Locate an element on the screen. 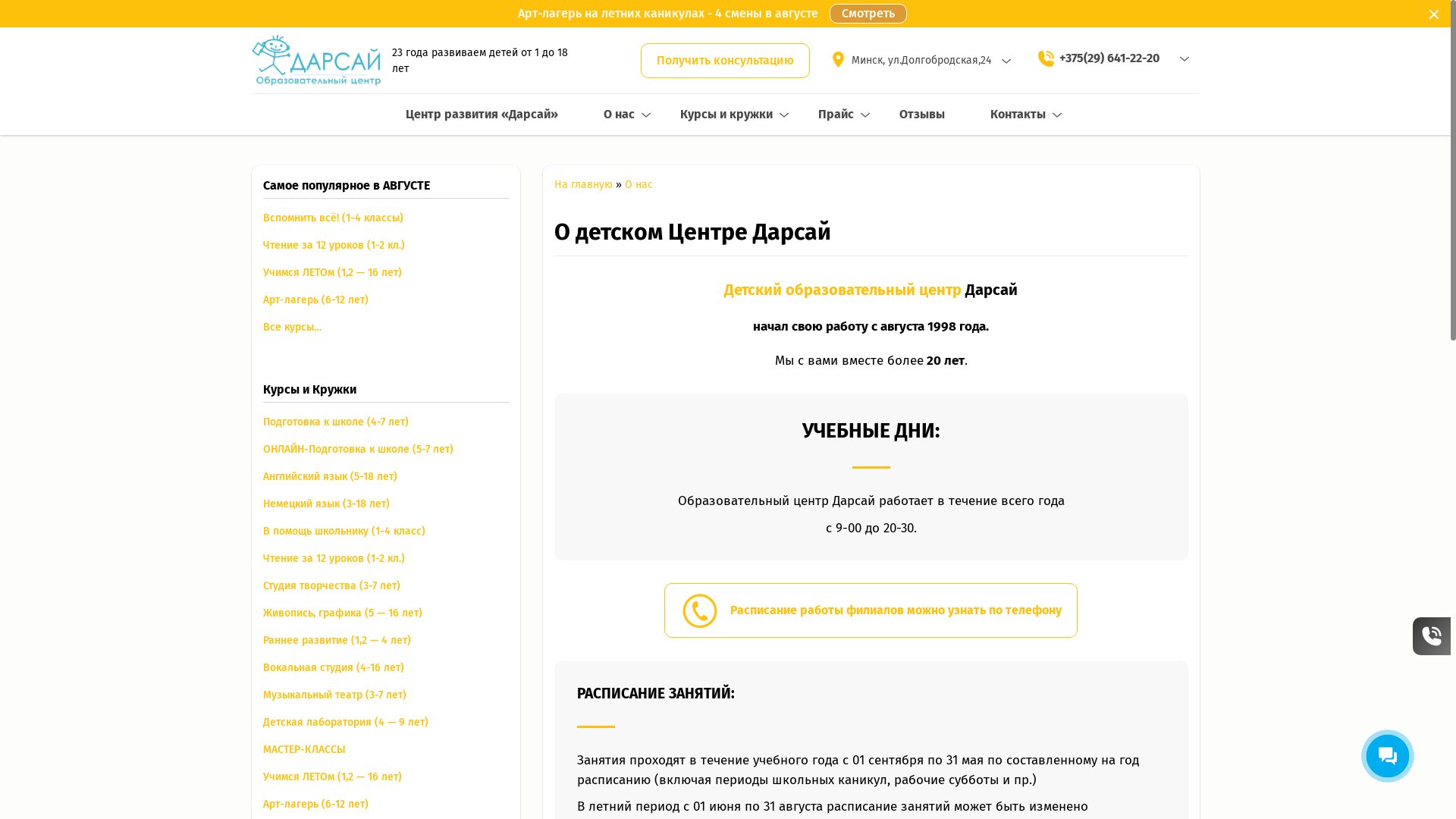  'darsay' is located at coordinates (315, 59).